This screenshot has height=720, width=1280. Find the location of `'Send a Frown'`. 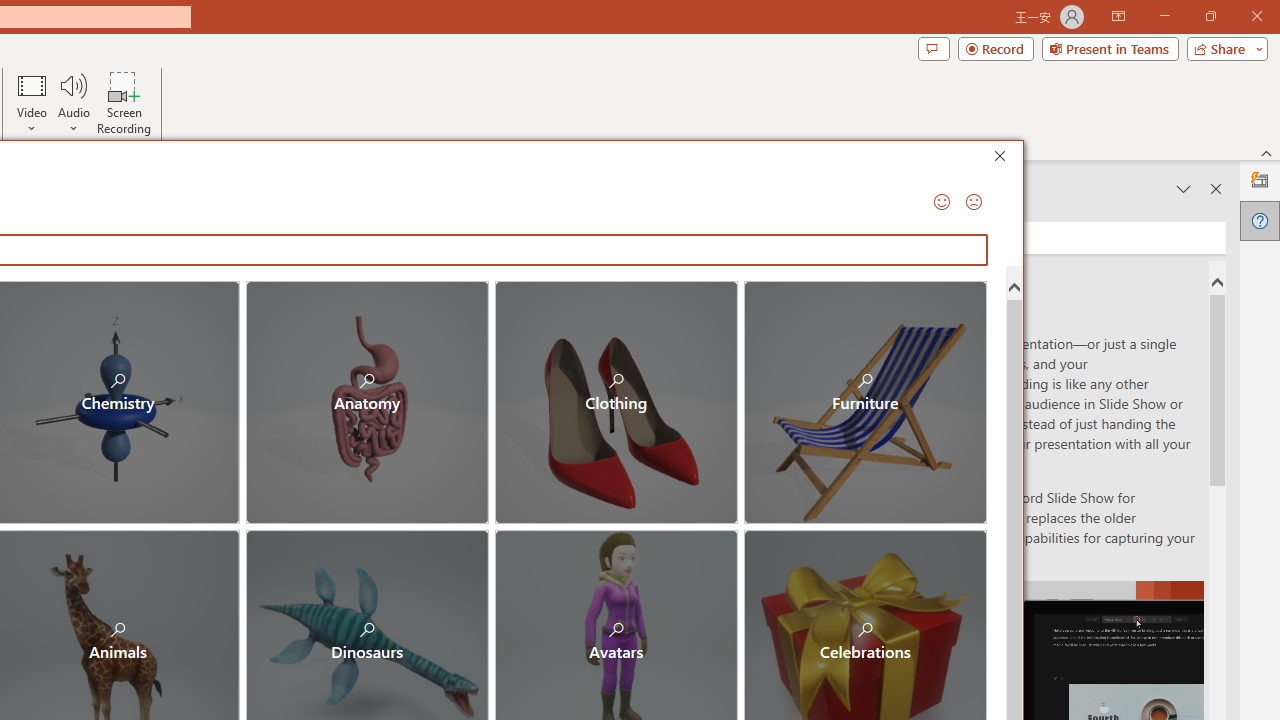

'Send a Frown' is located at coordinates (972, 201).